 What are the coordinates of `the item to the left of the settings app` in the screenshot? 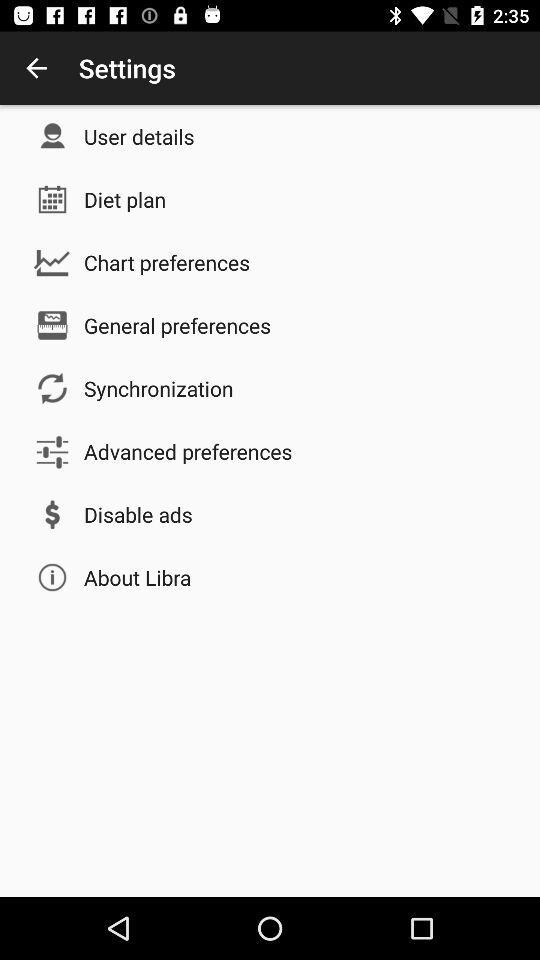 It's located at (36, 68).